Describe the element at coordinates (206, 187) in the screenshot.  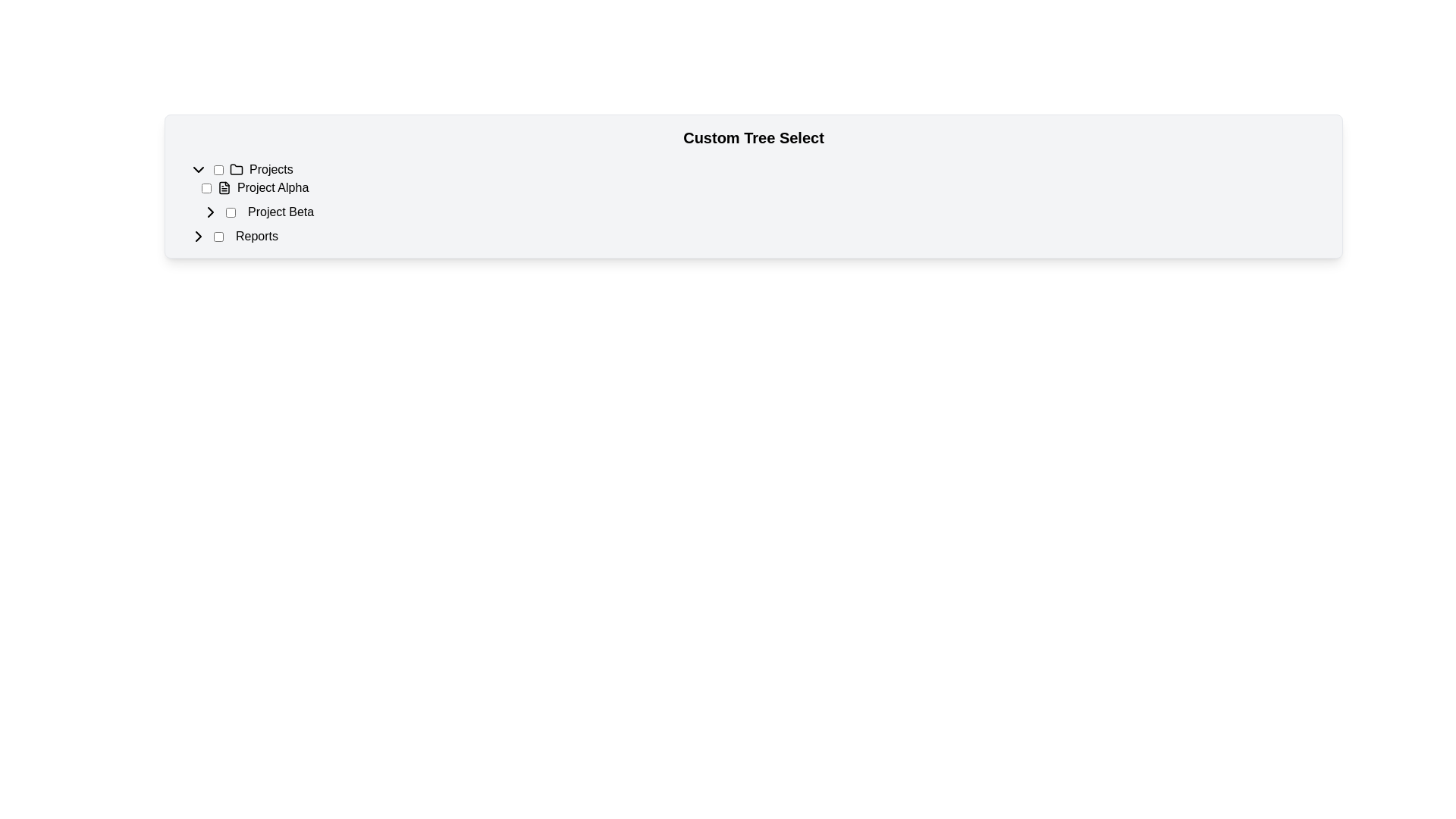
I see `the checkbox styled in a standard square design located next to the label 'Project Alpha'` at that location.